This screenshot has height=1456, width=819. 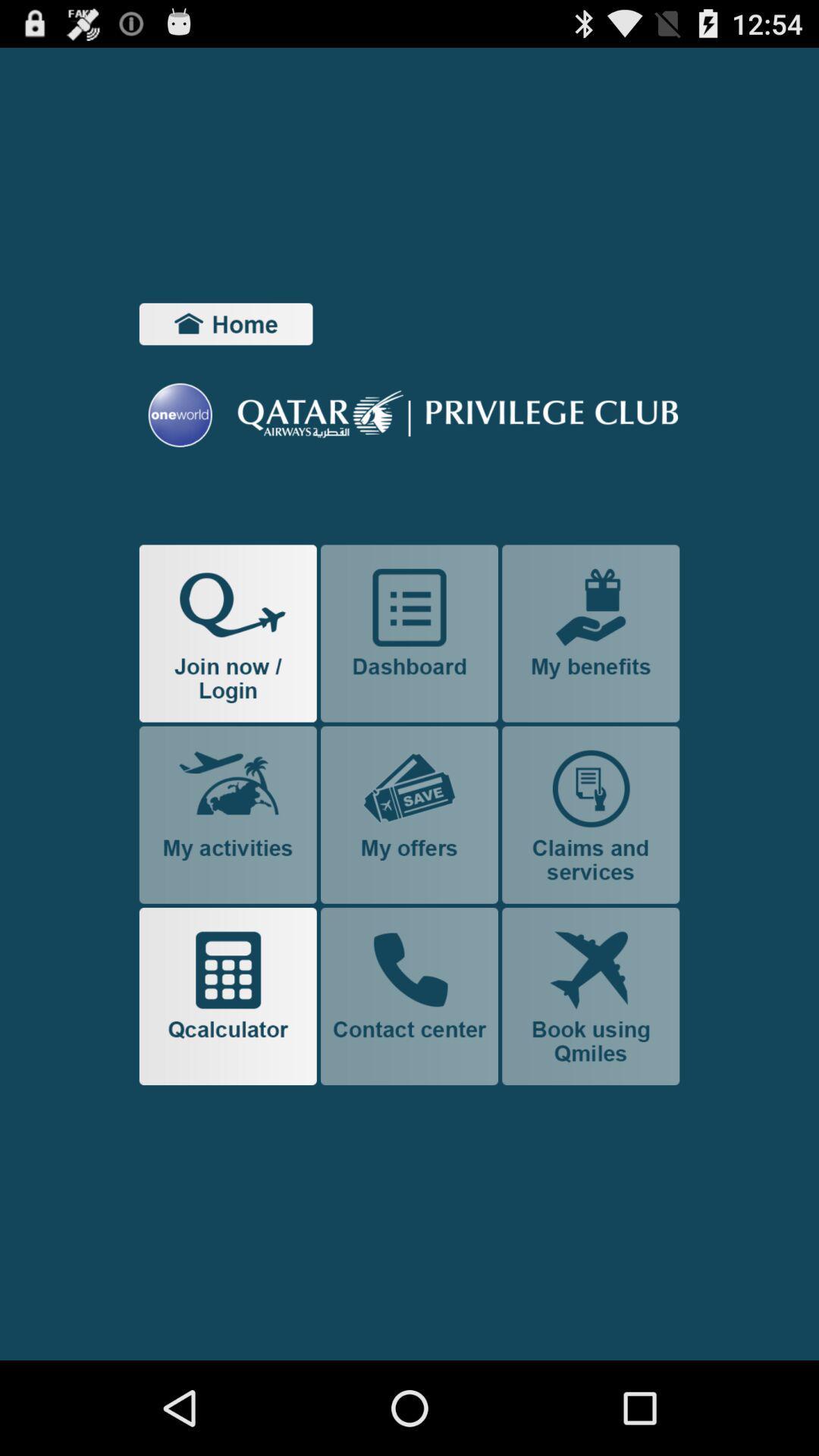 I want to click on contact the help center, so click(x=409, y=996).